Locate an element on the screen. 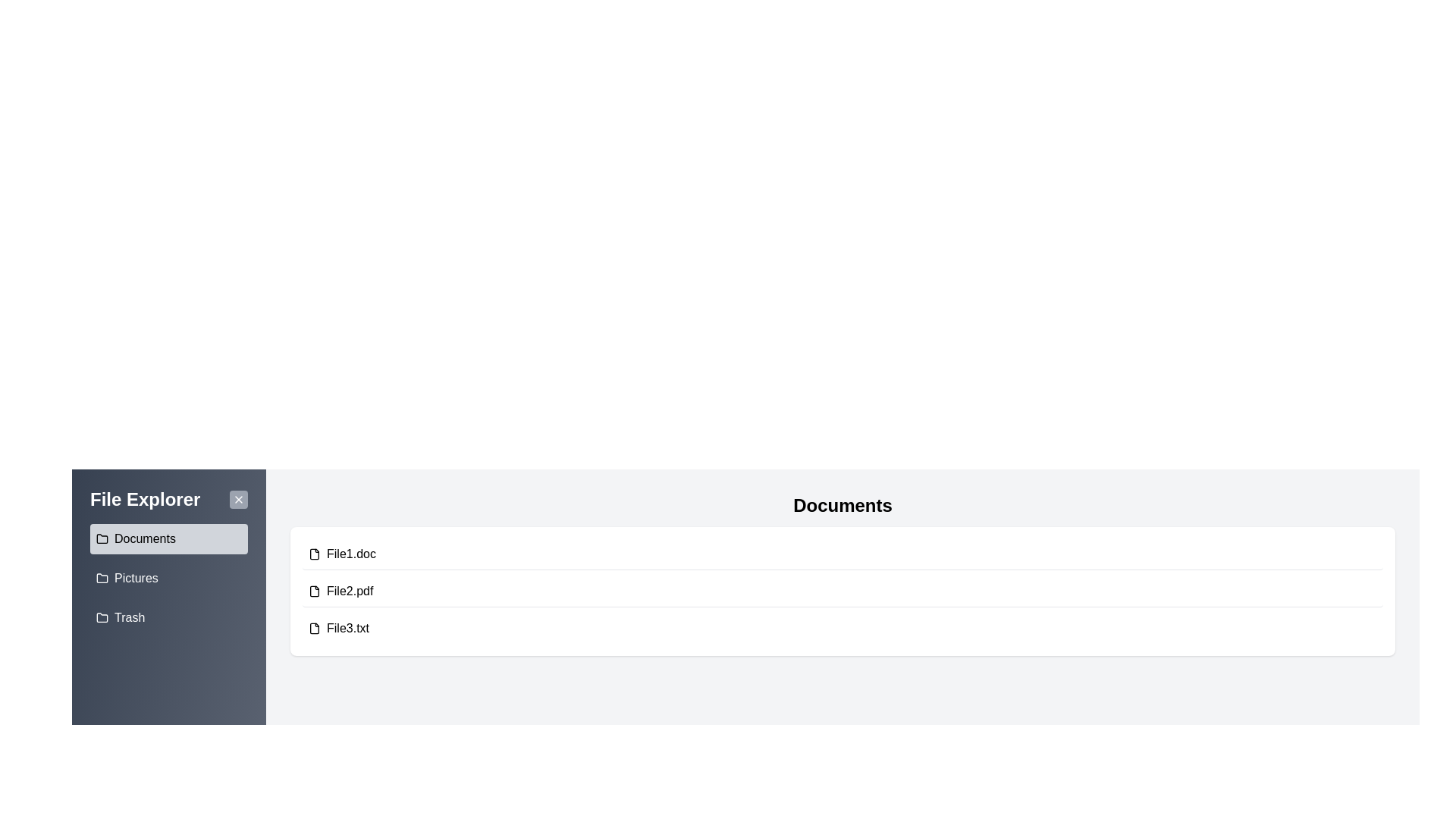 This screenshot has width=1456, height=819. the file File2.pdf to highlight it is located at coordinates (842, 591).